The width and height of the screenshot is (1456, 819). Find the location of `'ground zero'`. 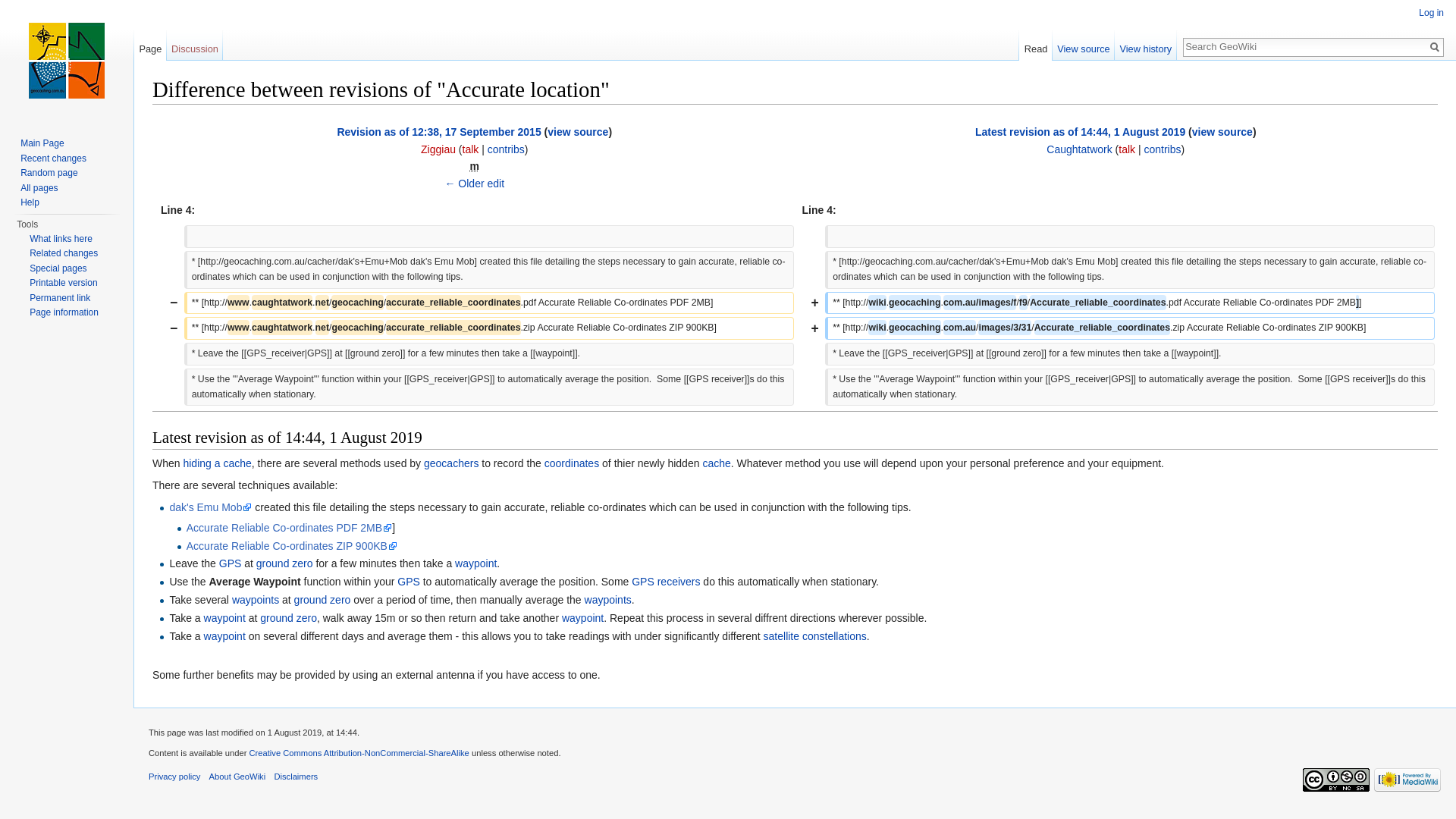

'ground zero' is located at coordinates (322, 598).